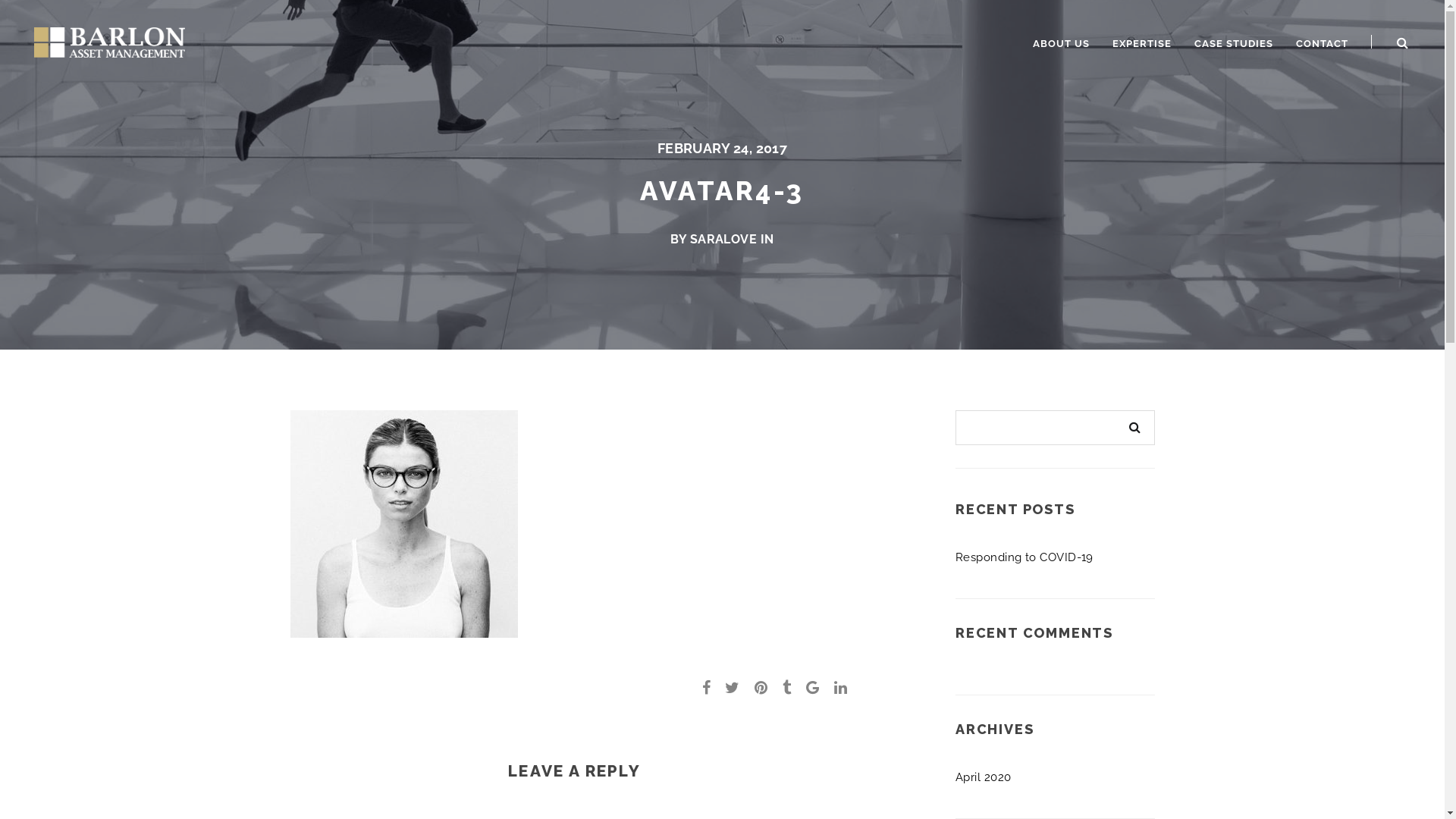  Describe the element at coordinates (108, 39) in the screenshot. I see `'Barlon Asset Management'` at that location.